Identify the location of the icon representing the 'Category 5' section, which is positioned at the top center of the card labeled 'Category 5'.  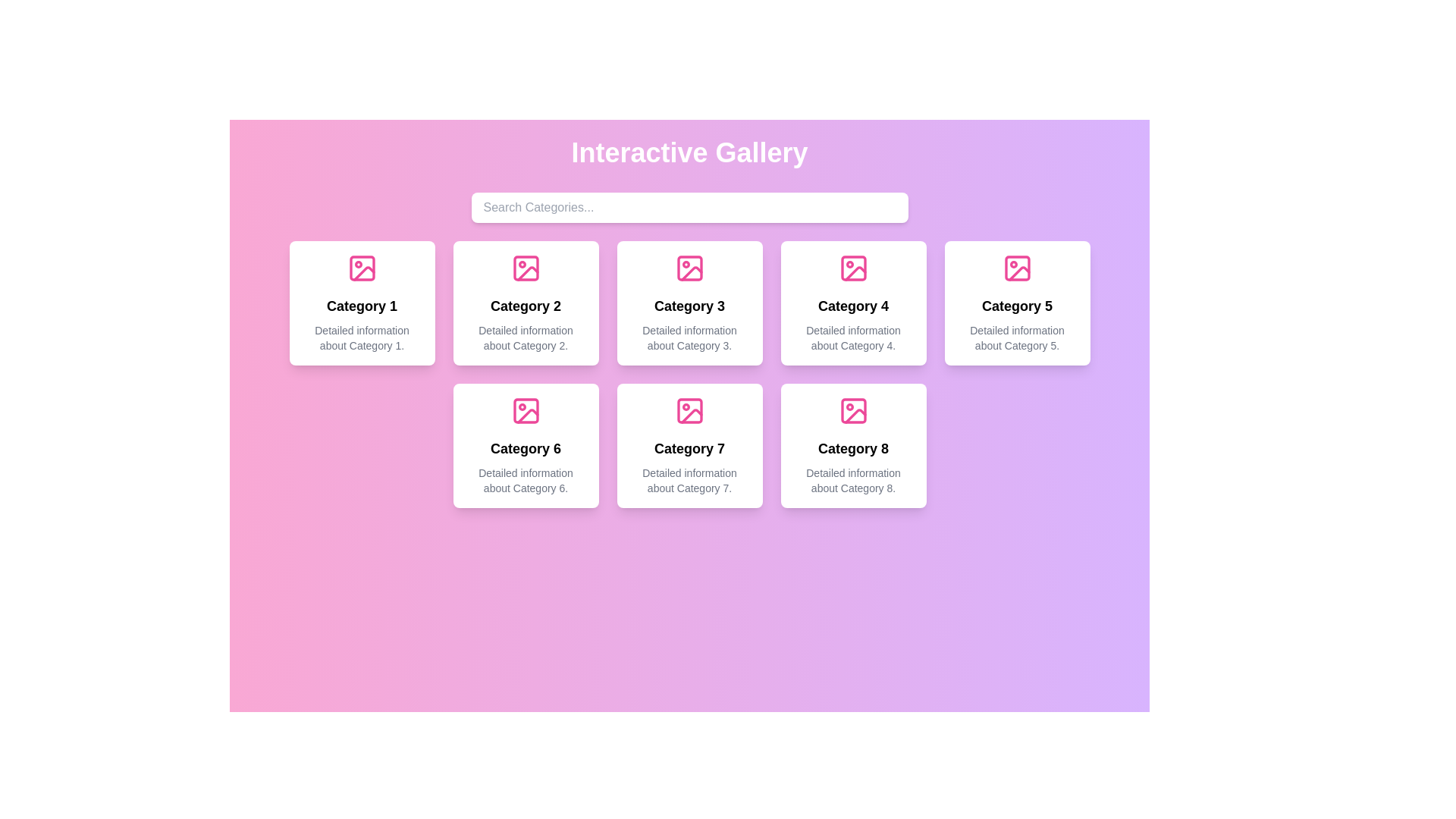
(1017, 268).